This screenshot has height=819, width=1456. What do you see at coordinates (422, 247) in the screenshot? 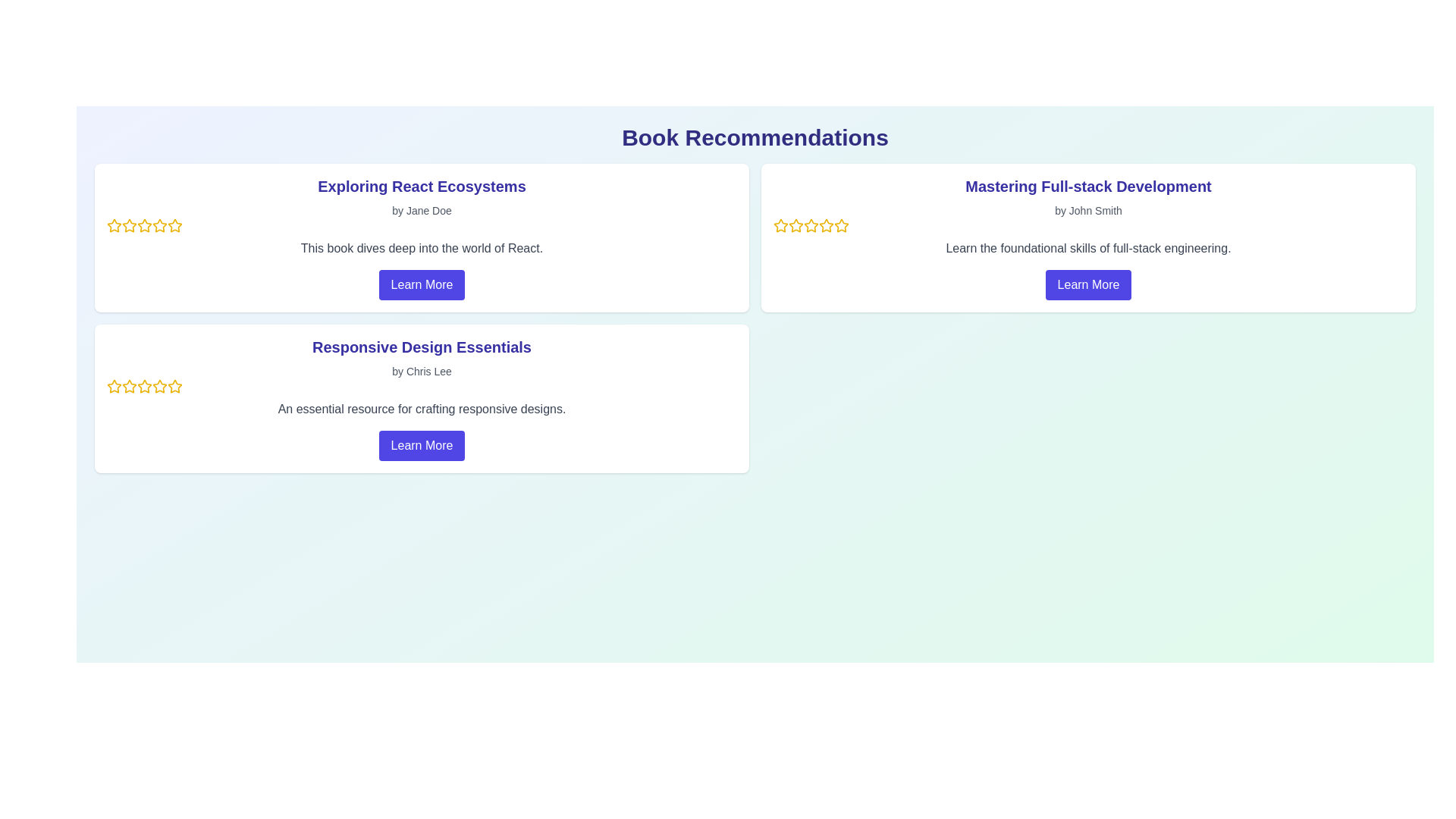
I see `the descriptive text block that provides information about the book 'Exploring React Ecosystems', located below the author's name 'Jane Doe' and above the 'Learn More' button` at bounding box center [422, 247].